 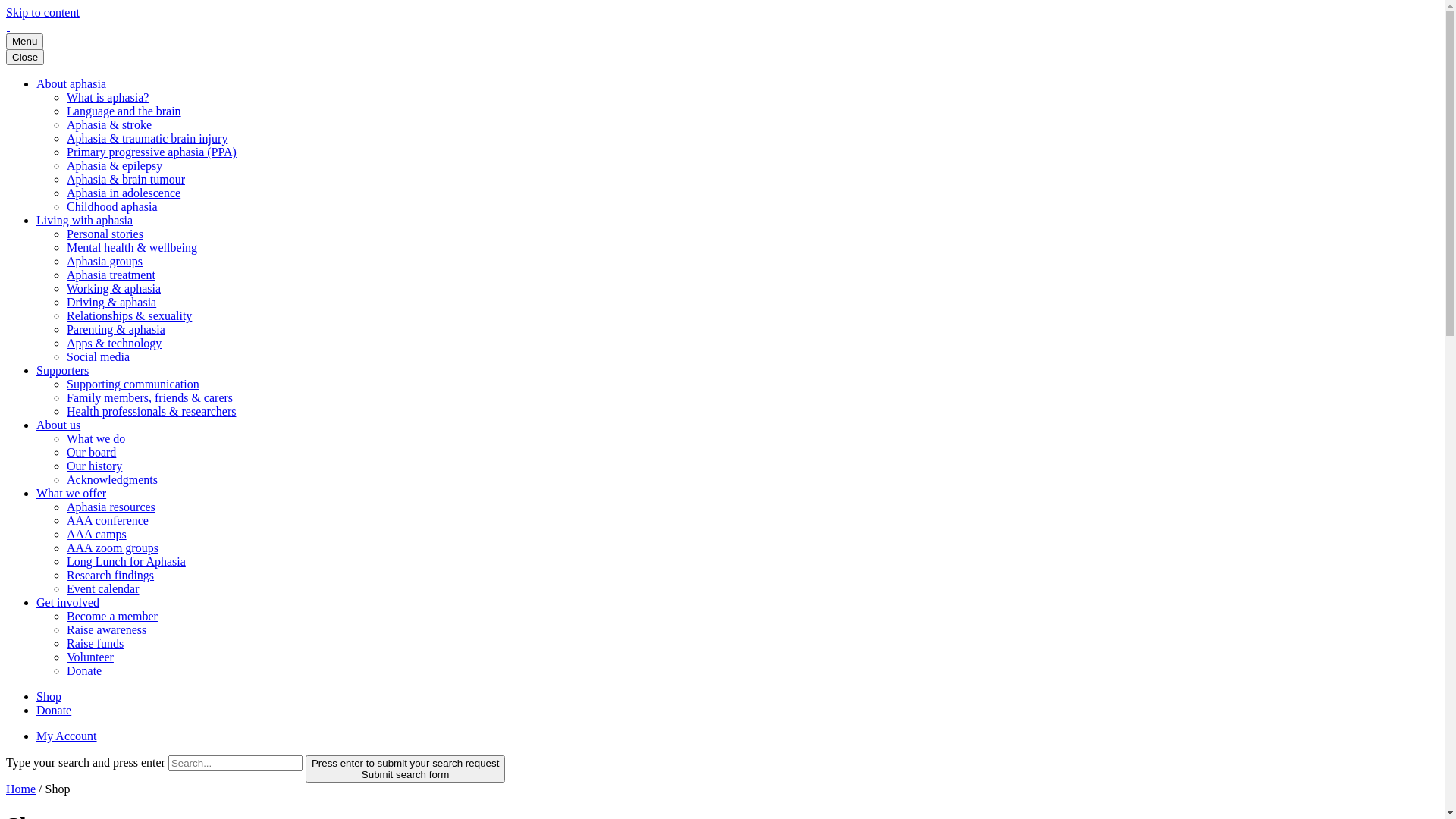 What do you see at coordinates (90, 451) in the screenshot?
I see `'Our board'` at bounding box center [90, 451].